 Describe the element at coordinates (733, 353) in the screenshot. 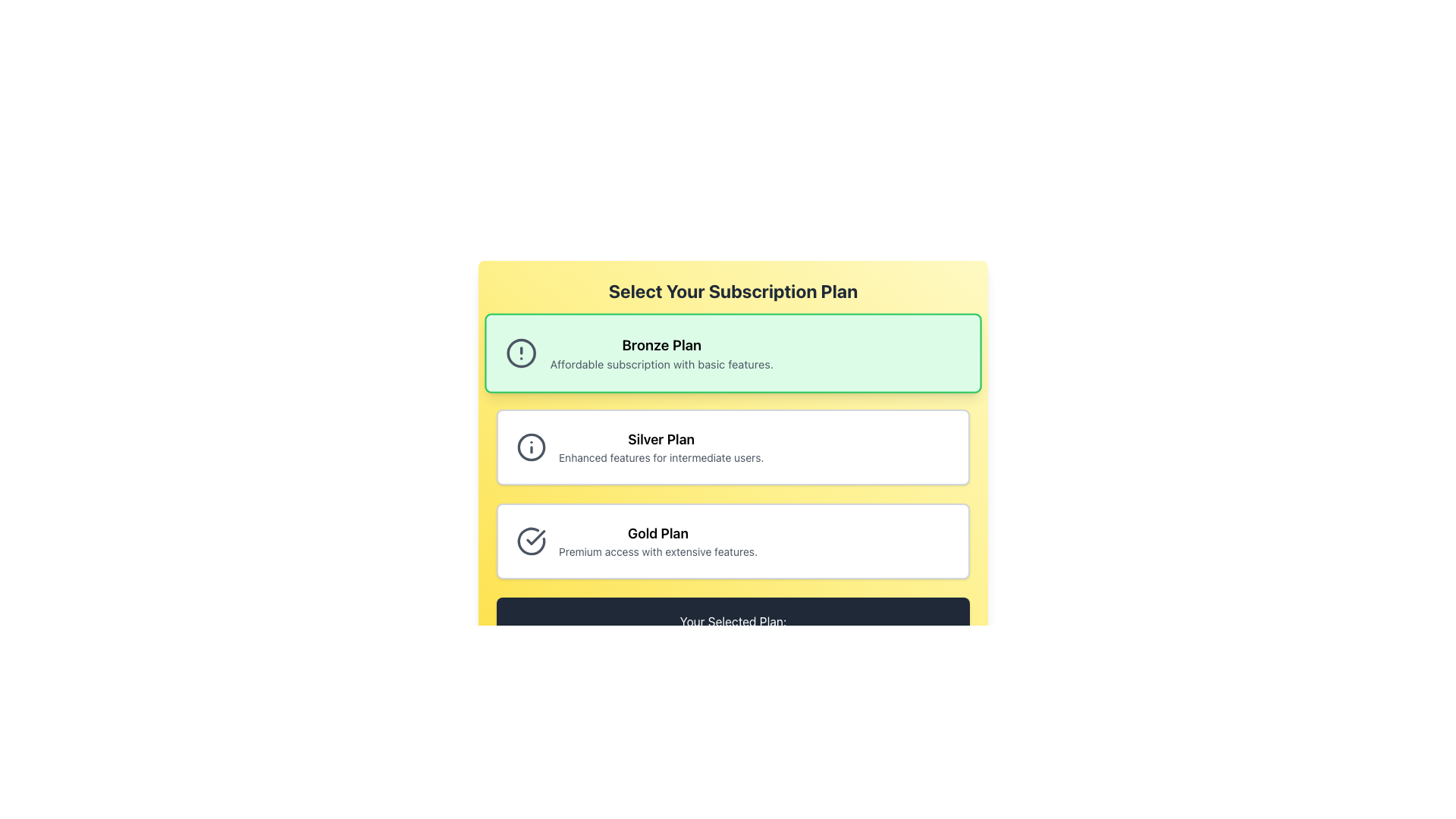

I see `the Bronze tier subscription plan card which is the first card in a vertical list of subscription options` at that location.